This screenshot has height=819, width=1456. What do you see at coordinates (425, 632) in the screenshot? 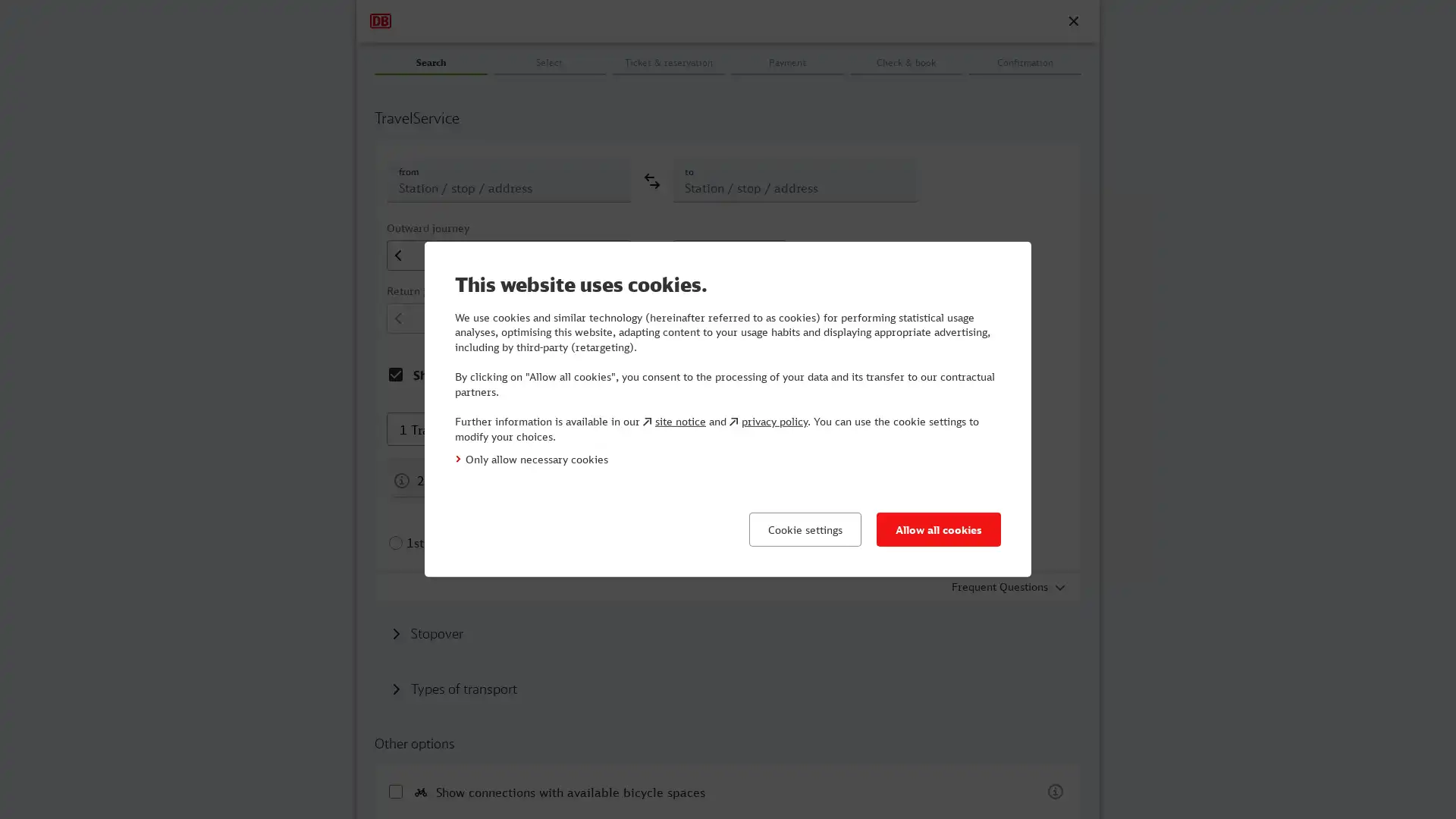
I see `Add intermediate stops` at bounding box center [425, 632].